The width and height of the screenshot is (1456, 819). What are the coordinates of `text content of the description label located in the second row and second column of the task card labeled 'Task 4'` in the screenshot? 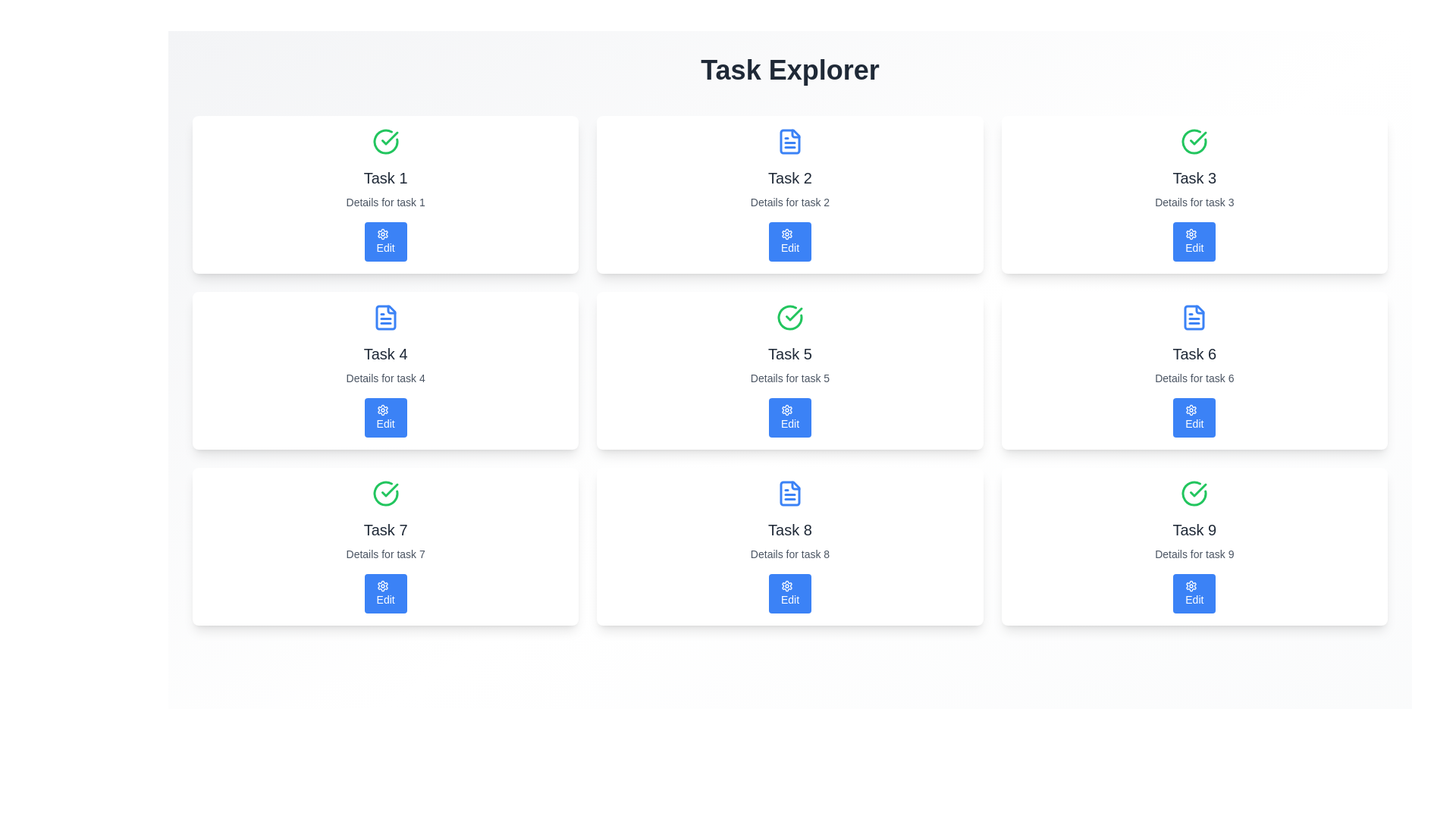 It's located at (385, 377).